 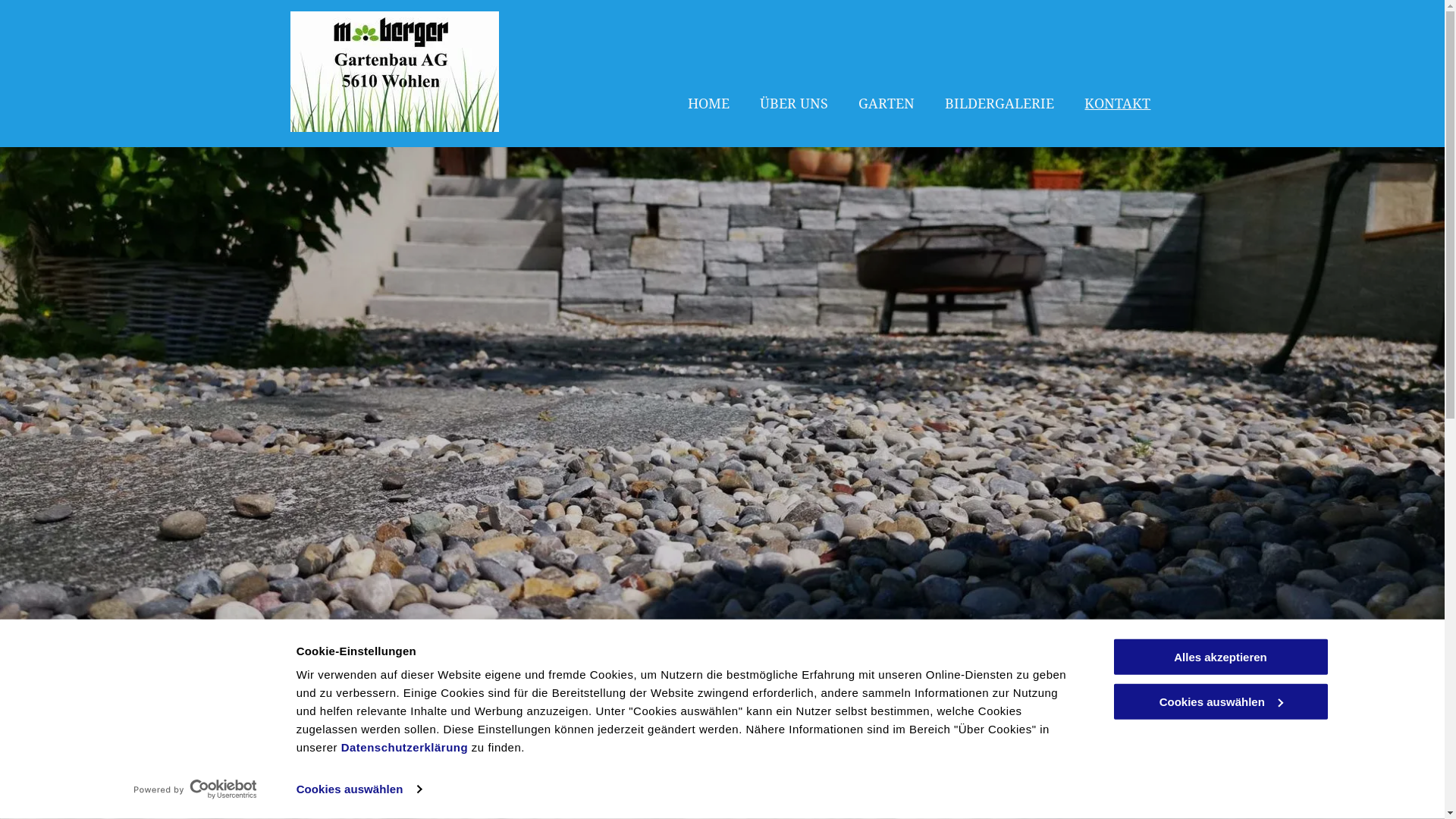 What do you see at coordinates (1117, 74) in the screenshot?
I see `'KONTAKT'` at bounding box center [1117, 74].